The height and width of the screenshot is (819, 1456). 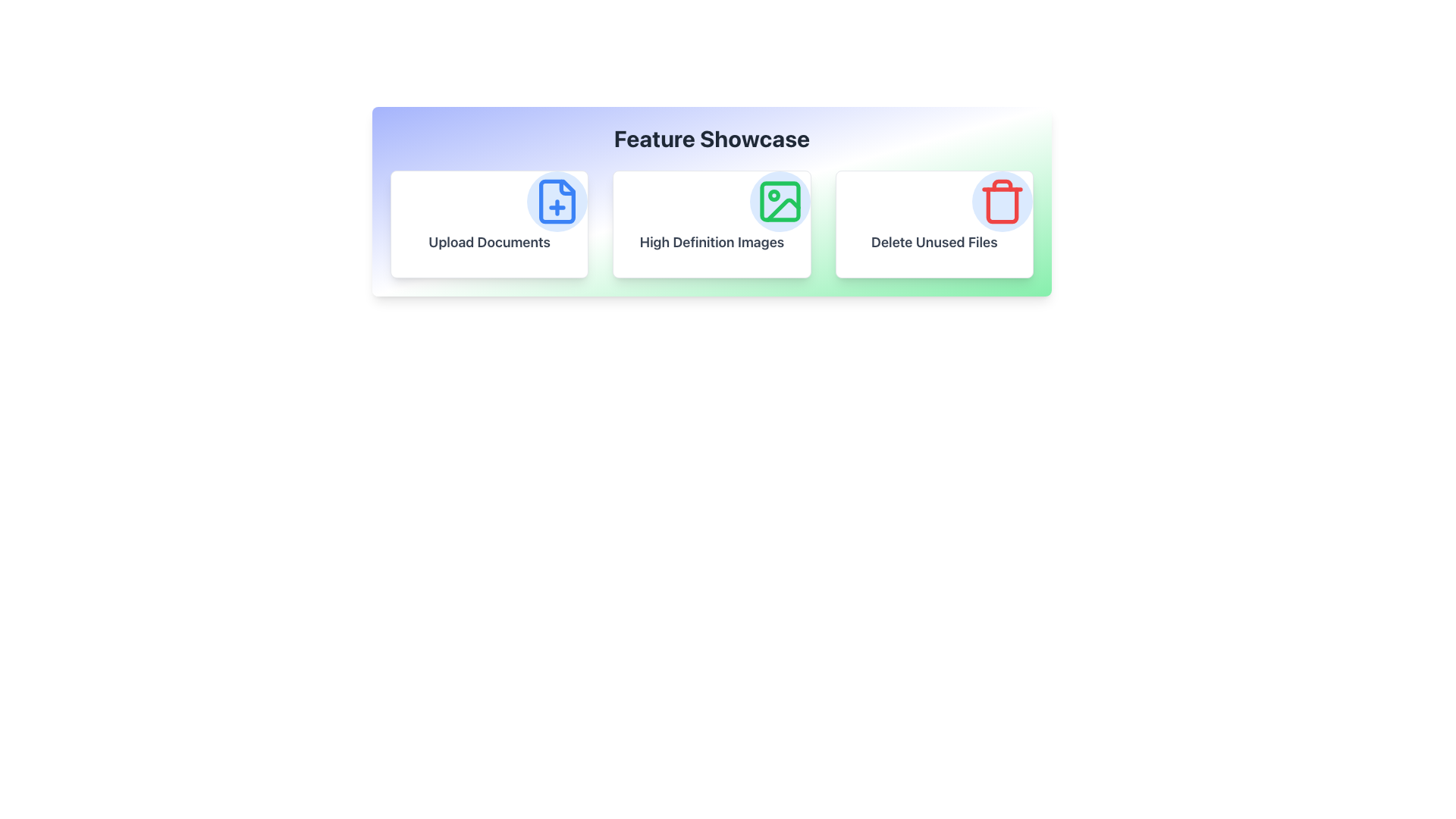 I want to click on the small circular icon located in the 'High Definition Images' feature card, which is part of an SVG element with a green and white theme, so click(x=773, y=195).